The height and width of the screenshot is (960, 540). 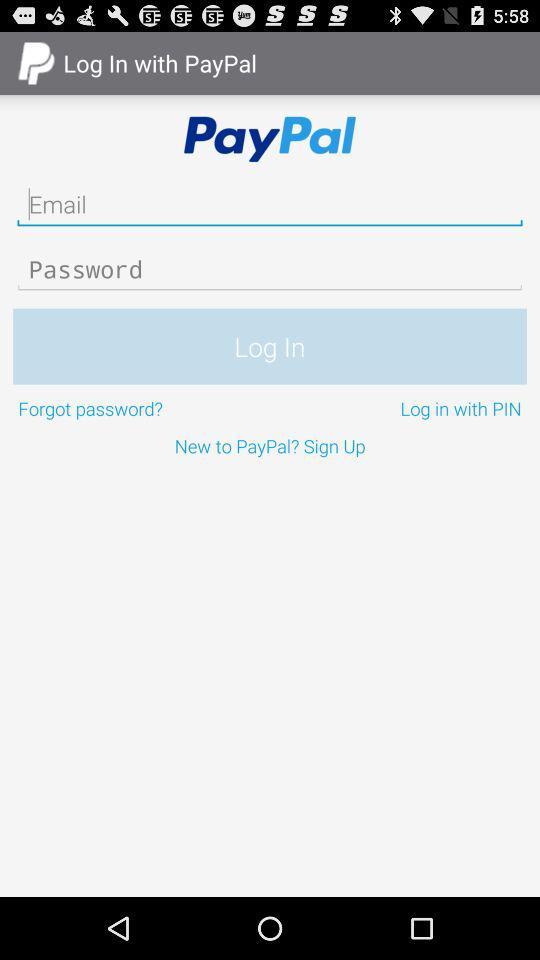 What do you see at coordinates (140, 407) in the screenshot?
I see `icon to the left of the log in with` at bounding box center [140, 407].